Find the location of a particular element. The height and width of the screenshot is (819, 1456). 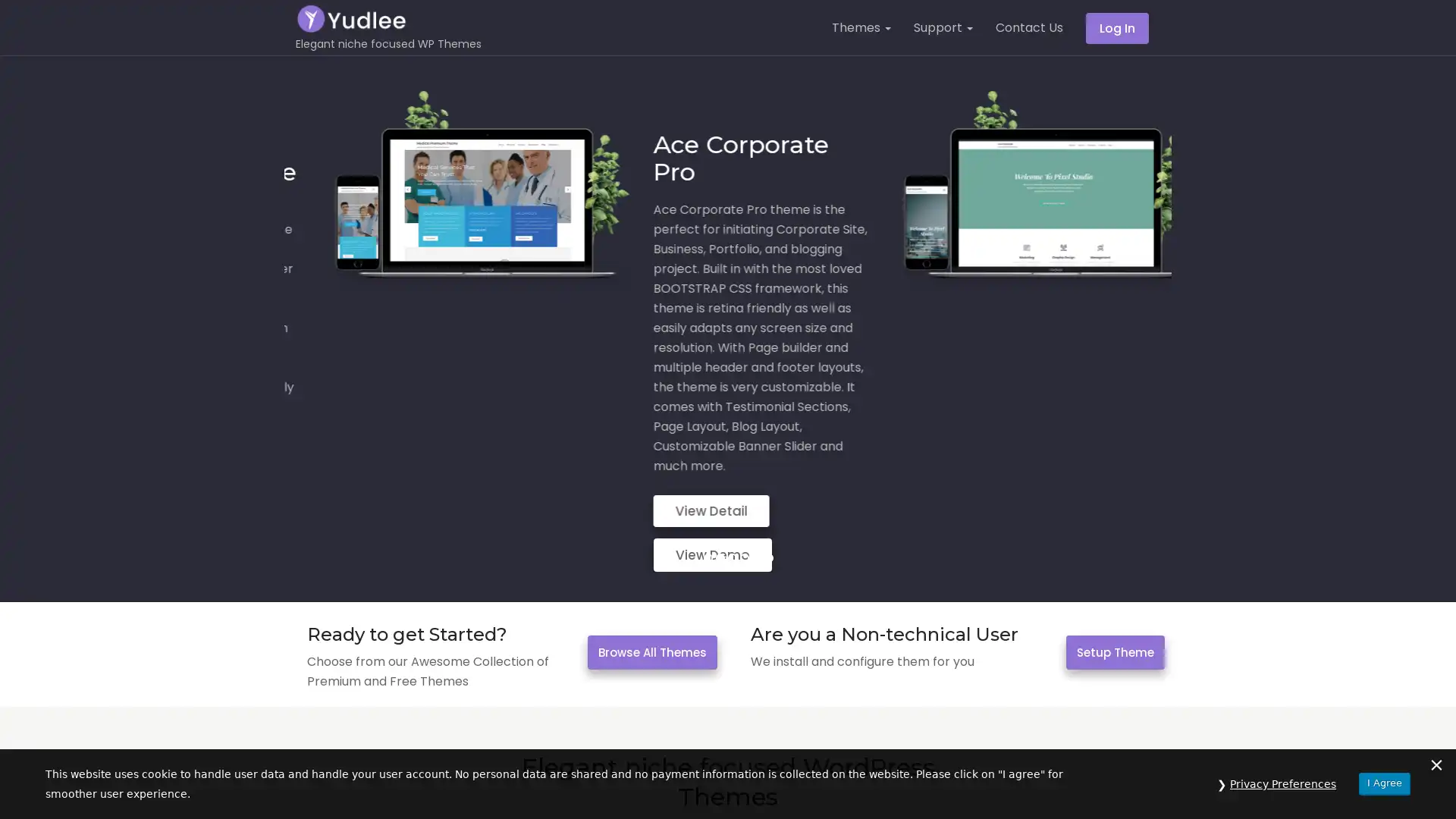

4 is located at coordinates (743, 451).